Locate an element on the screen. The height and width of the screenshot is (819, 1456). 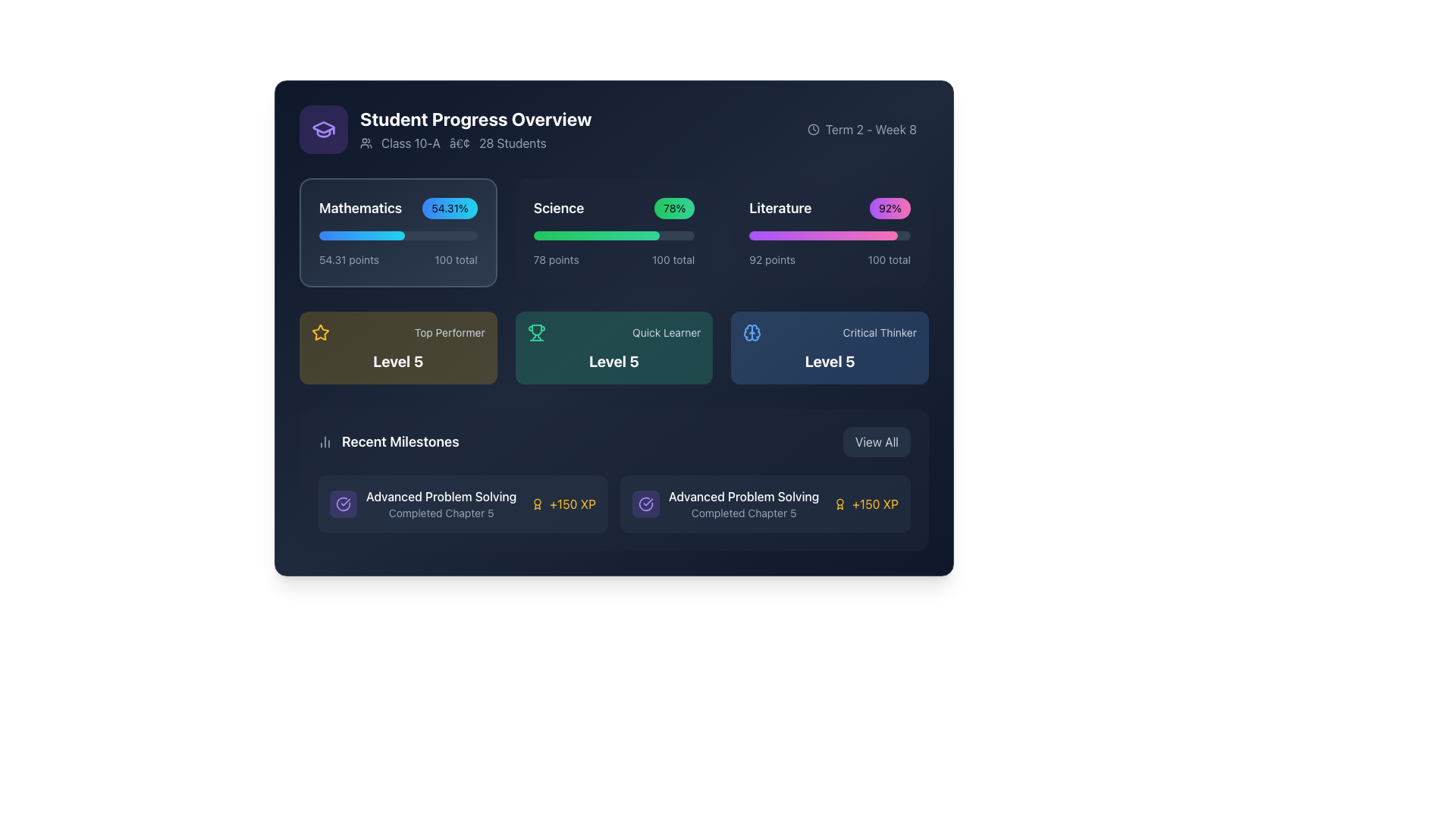
the milestone achievement indicator located in the 'Recent Milestones' section, specifically on the rightmost card, which displays details on chapter completion is located at coordinates (744, 504).